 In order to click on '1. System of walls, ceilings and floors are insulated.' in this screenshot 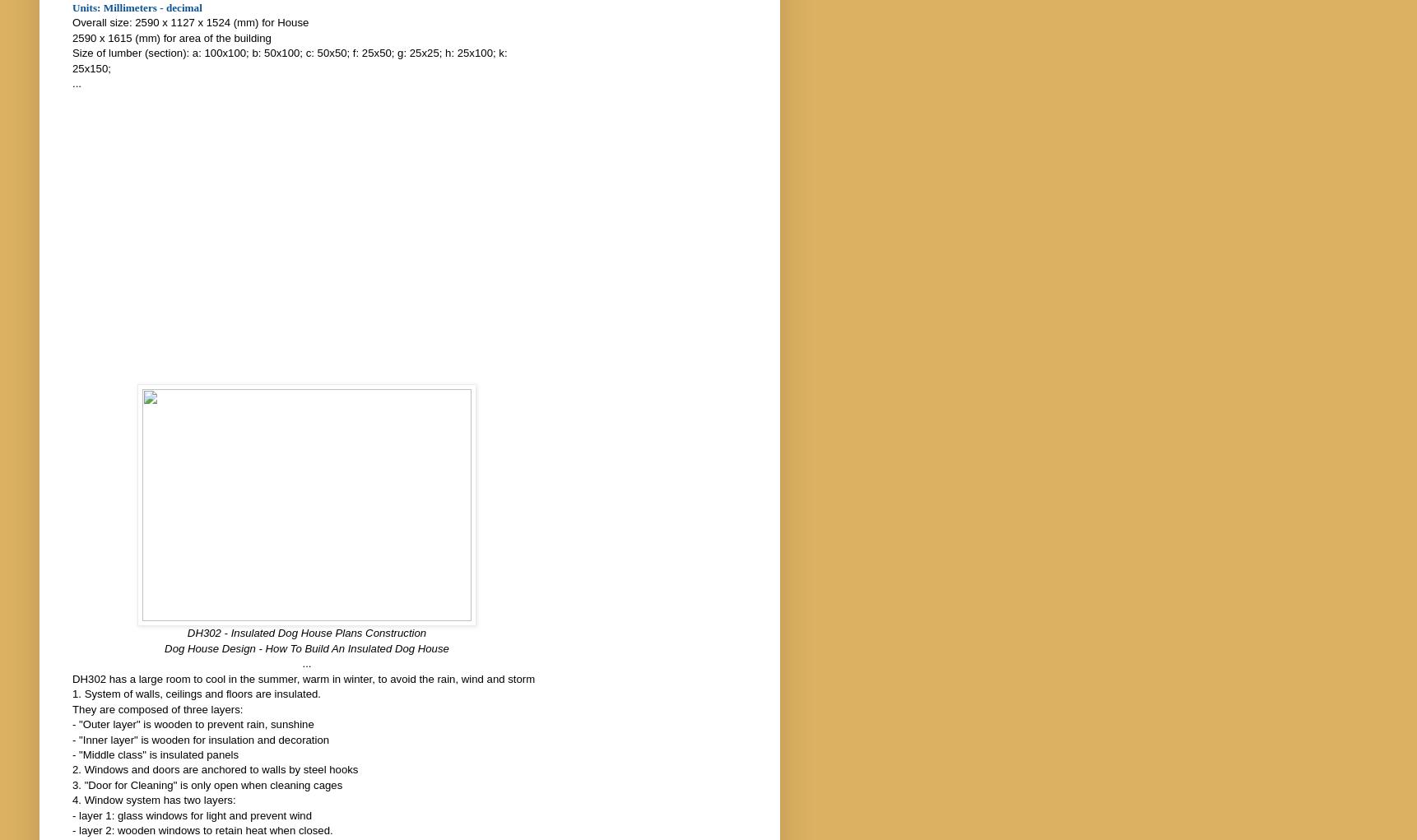, I will do `click(71, 694)`.